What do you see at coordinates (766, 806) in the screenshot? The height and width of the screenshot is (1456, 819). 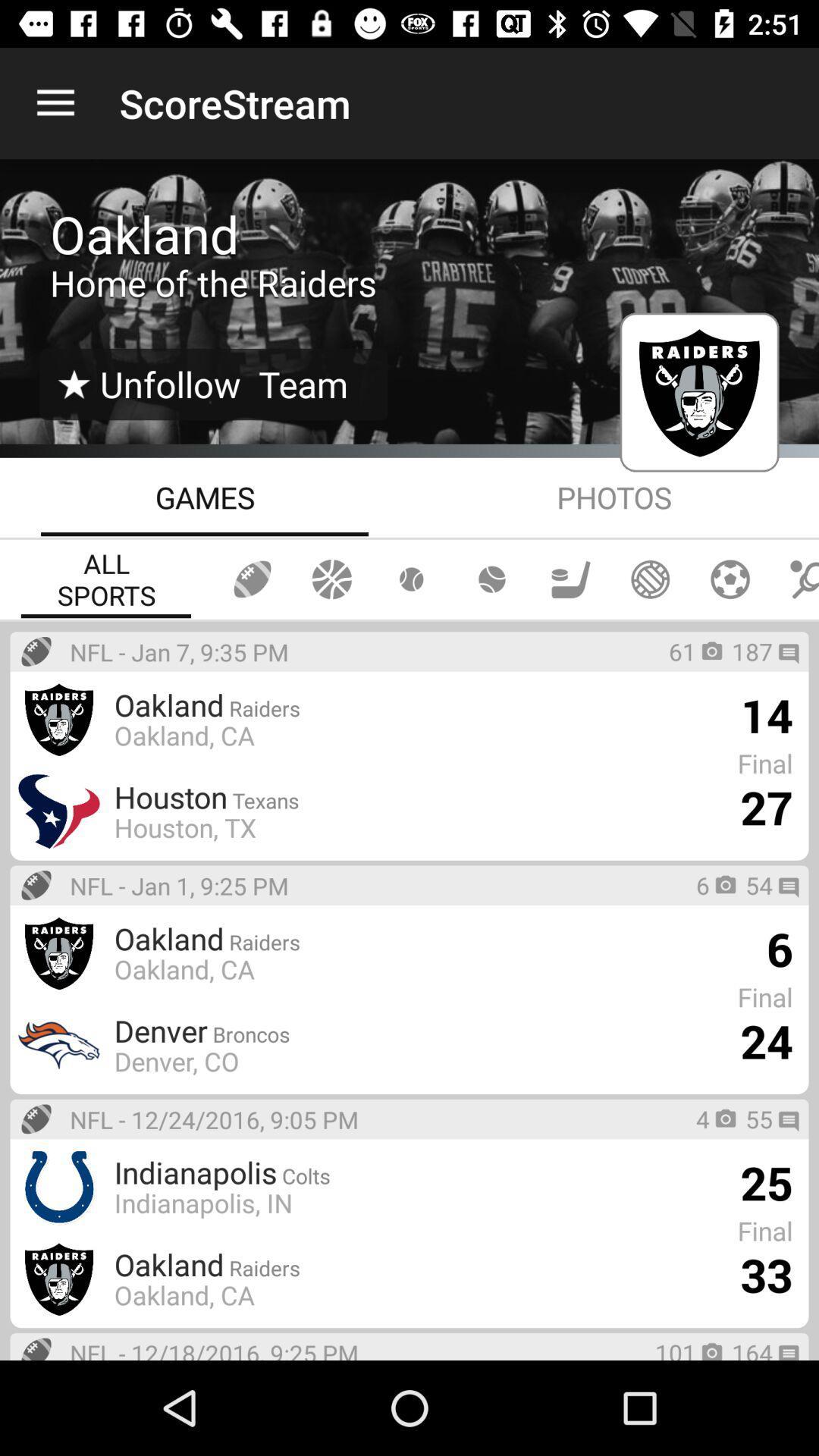 I see `the 27` at bounding box center [766, 806].